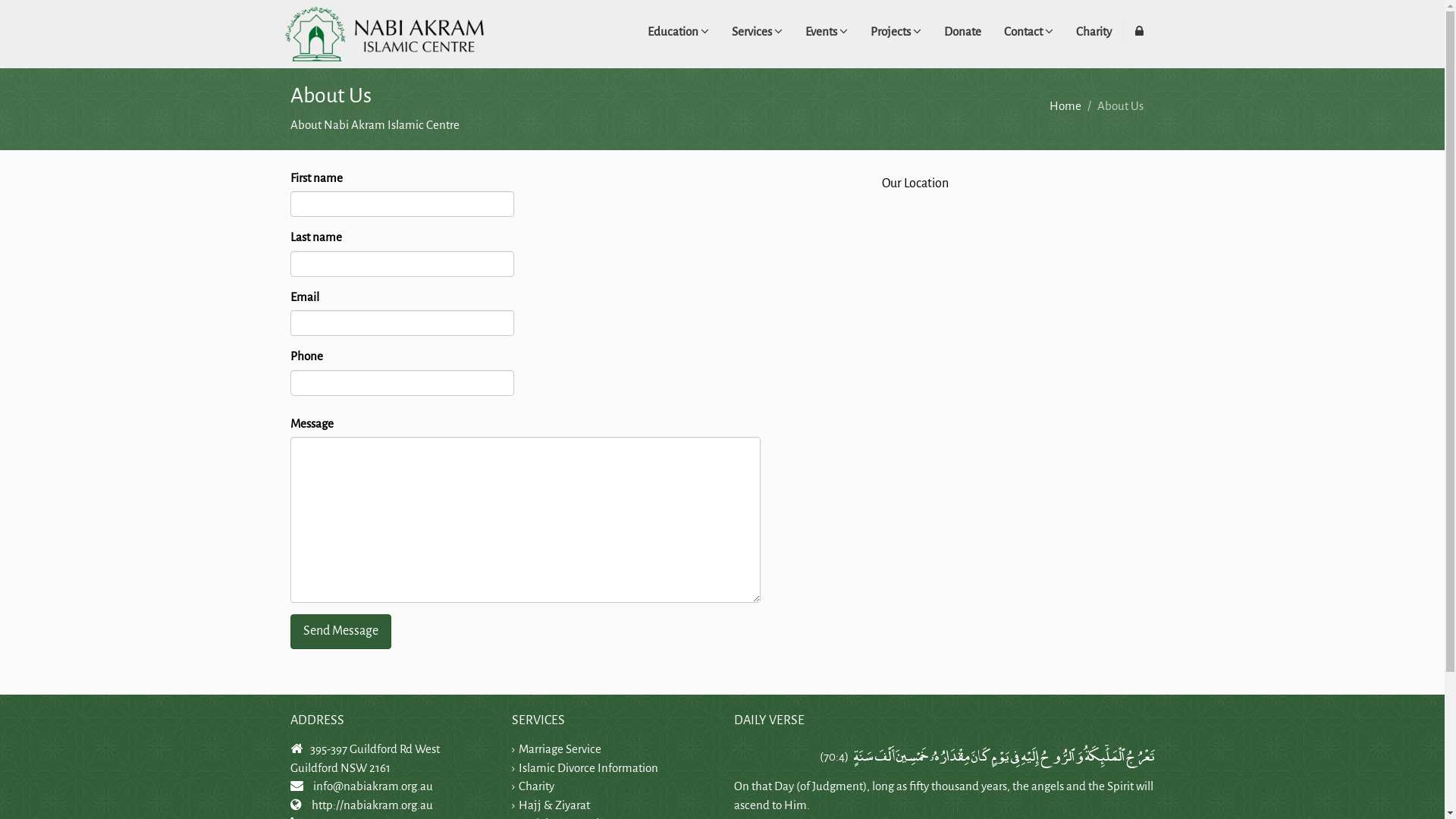  I want to click on 'Marriage Service', so click(559, 748).